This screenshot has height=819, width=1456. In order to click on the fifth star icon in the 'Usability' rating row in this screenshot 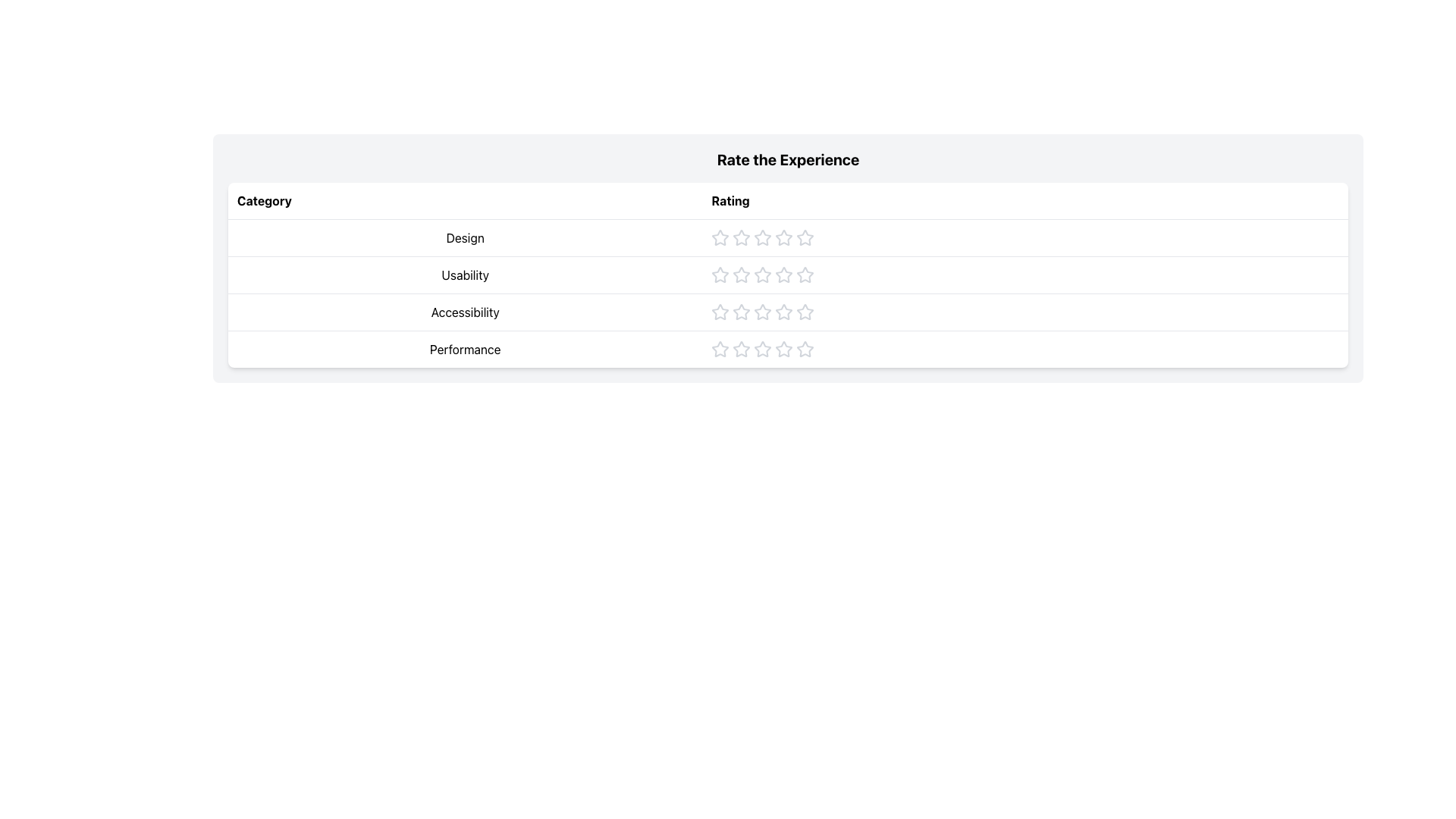, I will do `click(805, 275)`.